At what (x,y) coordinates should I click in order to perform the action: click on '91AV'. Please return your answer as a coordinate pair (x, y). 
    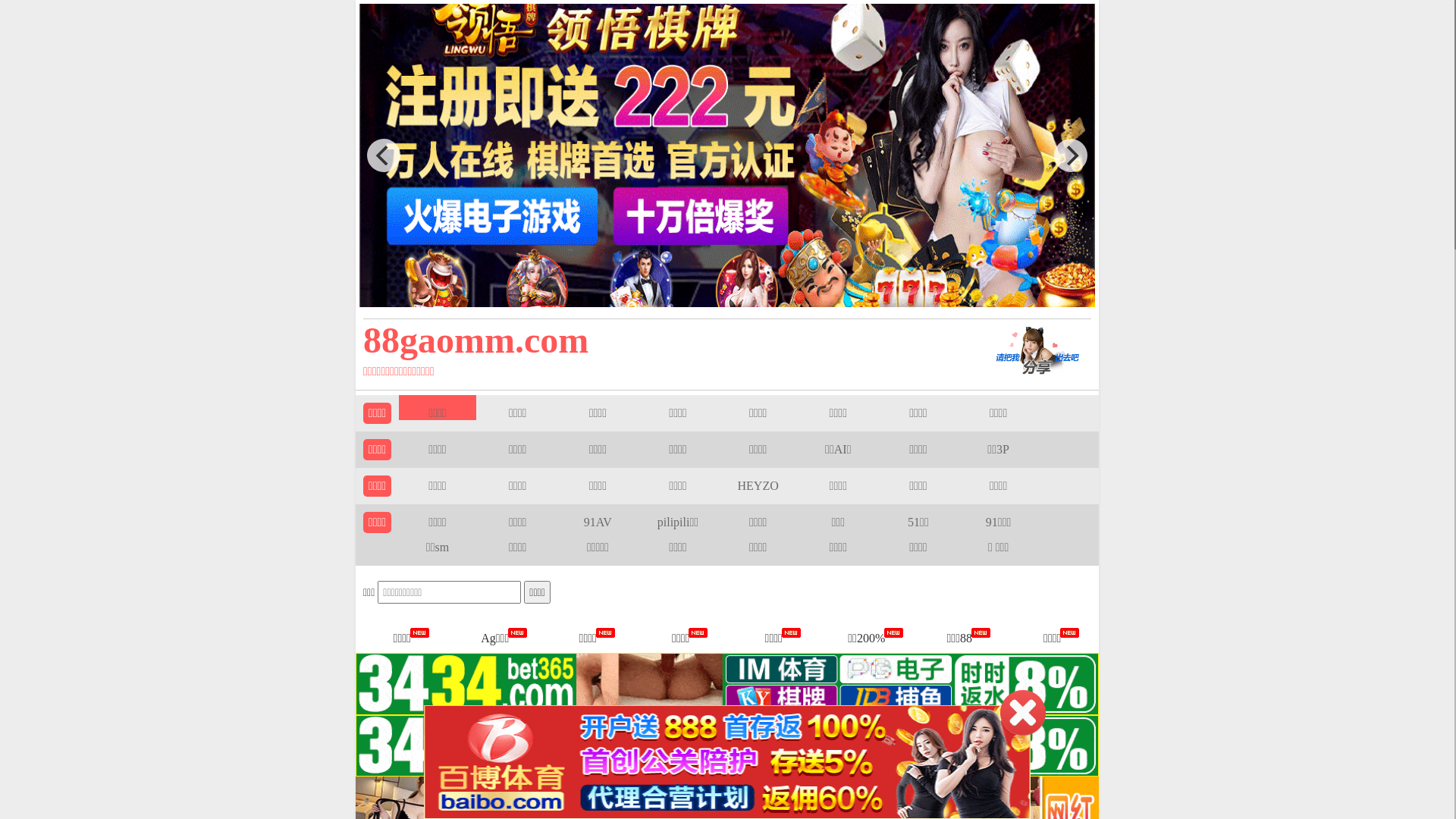
    Looking at the image, I should click on (582, 521).